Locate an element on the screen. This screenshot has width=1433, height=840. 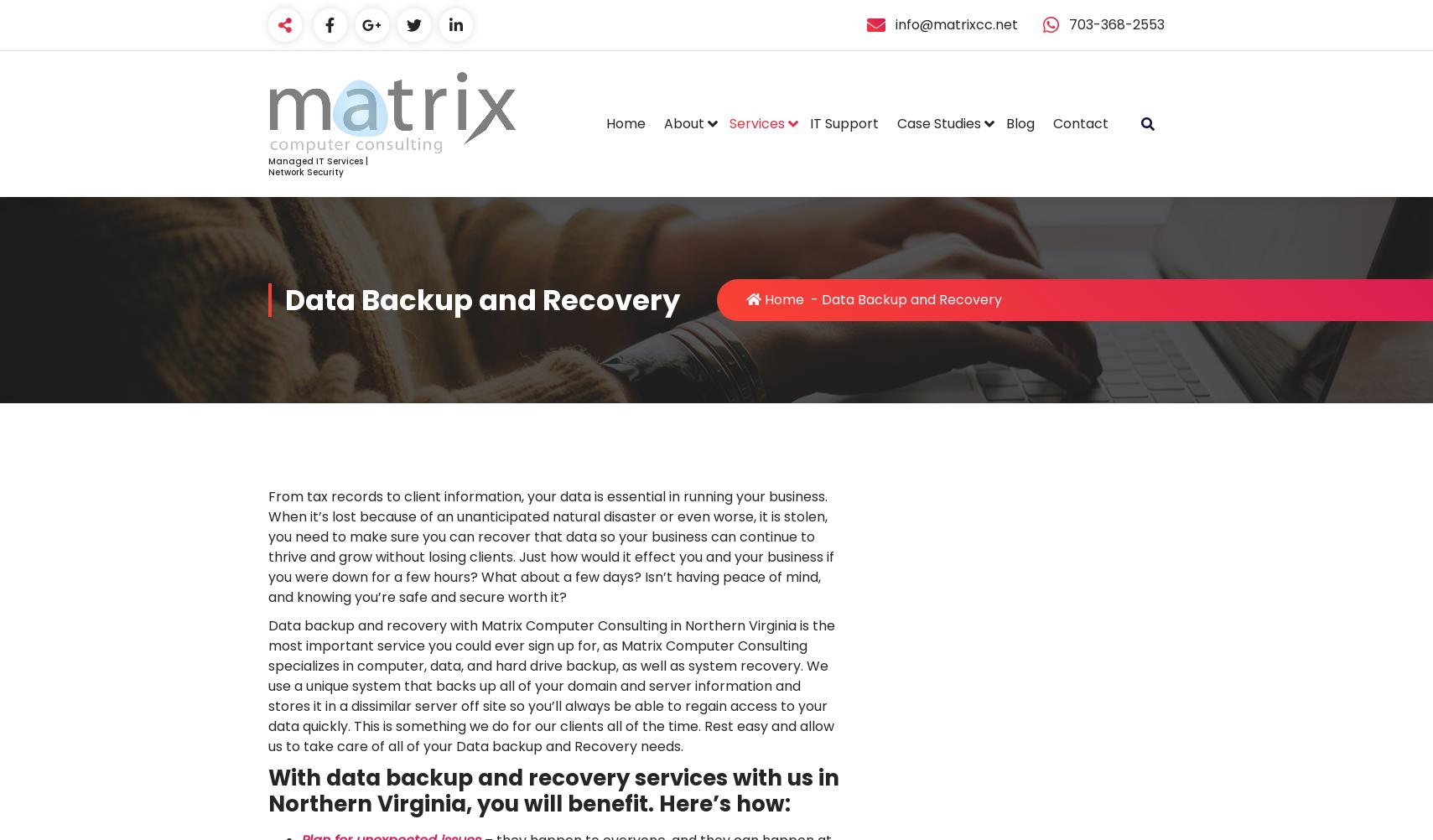
'IT Support' is located at coordinates (844, 122).